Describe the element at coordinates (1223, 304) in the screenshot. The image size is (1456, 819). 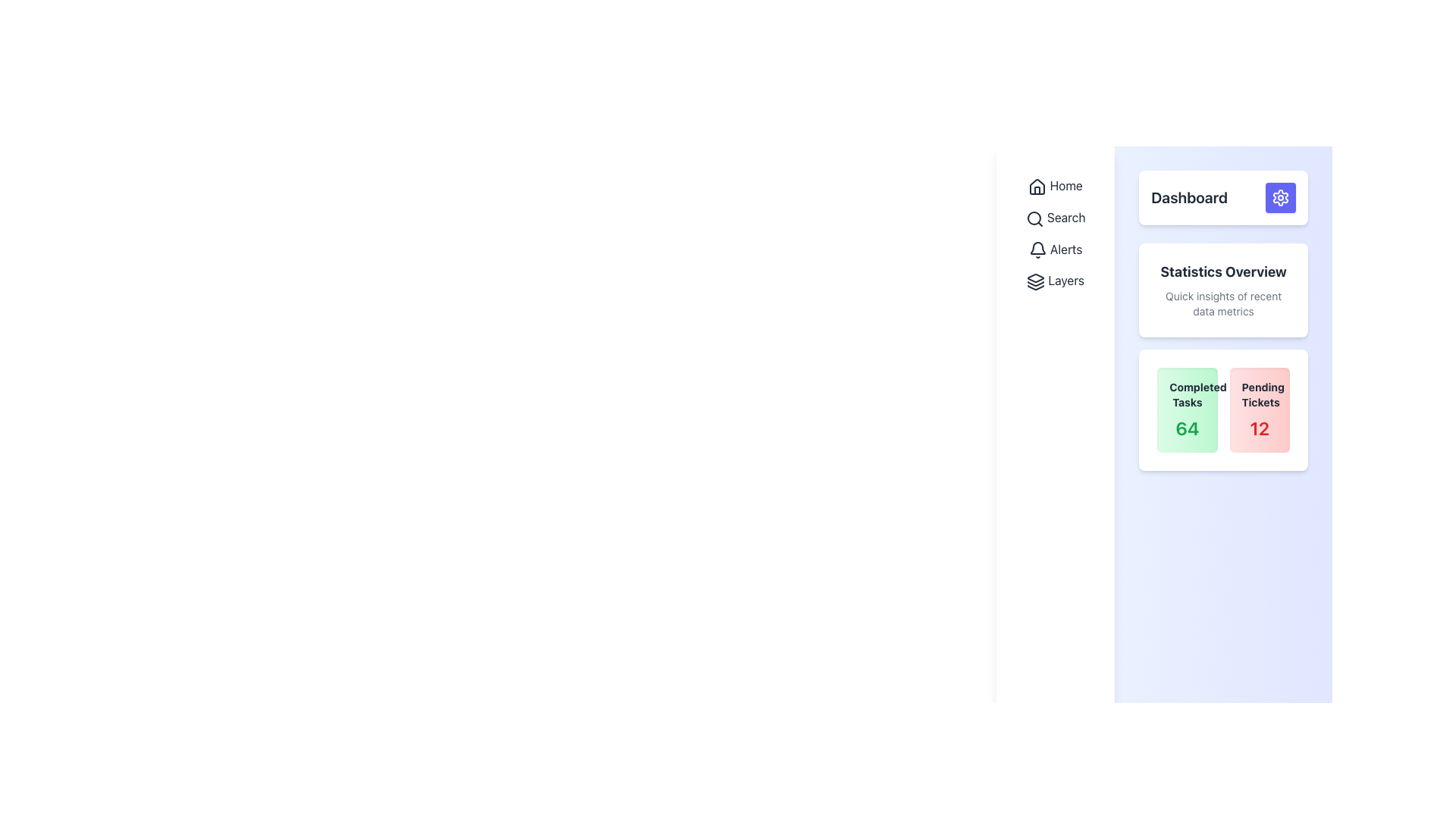
I see `text content located in the 'Statistics Overview' card, which provides additional context or a brief description about the card's purpose` at that location.